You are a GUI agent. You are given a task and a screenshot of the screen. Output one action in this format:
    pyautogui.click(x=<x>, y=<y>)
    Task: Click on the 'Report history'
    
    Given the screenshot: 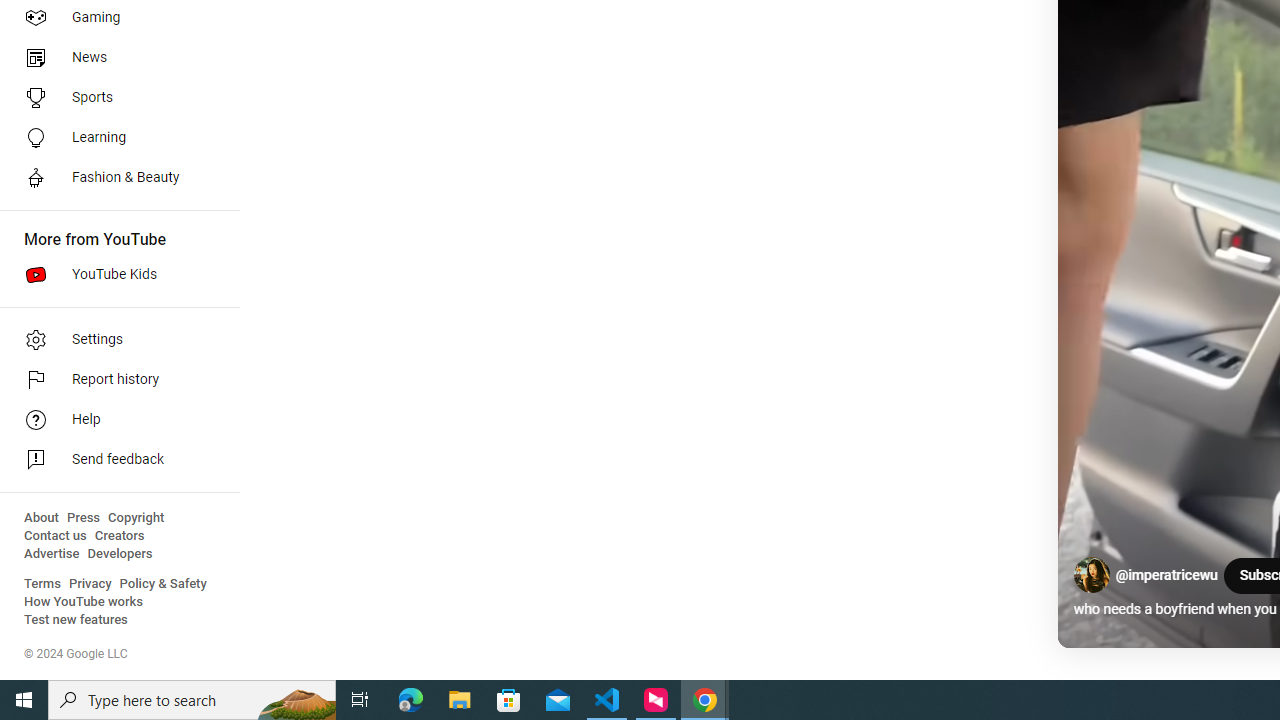 What is the action you would take?
    pyautogui.click(x=112, y=380)
    